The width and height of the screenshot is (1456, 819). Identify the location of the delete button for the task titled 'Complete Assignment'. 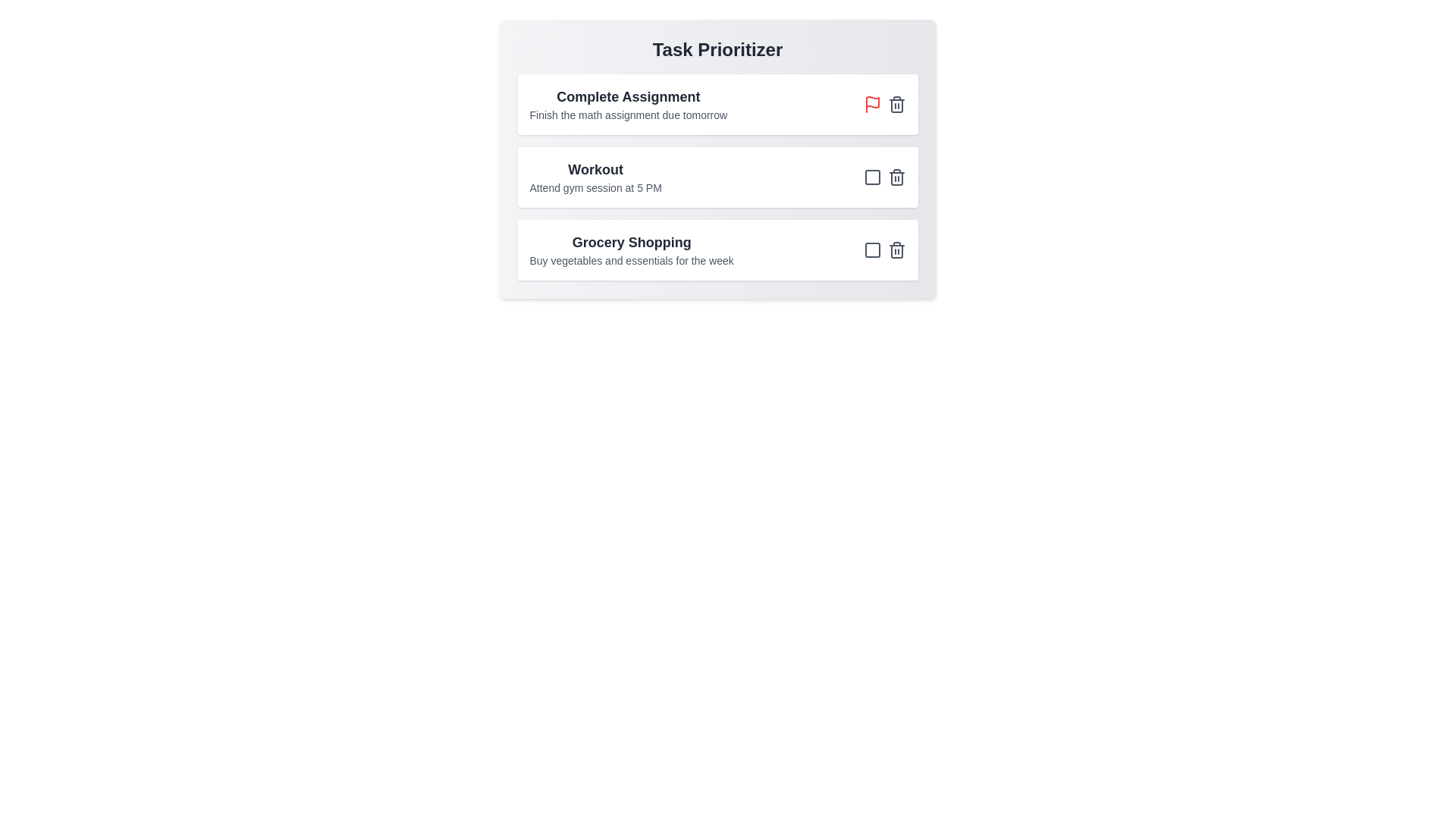
(896, 104).